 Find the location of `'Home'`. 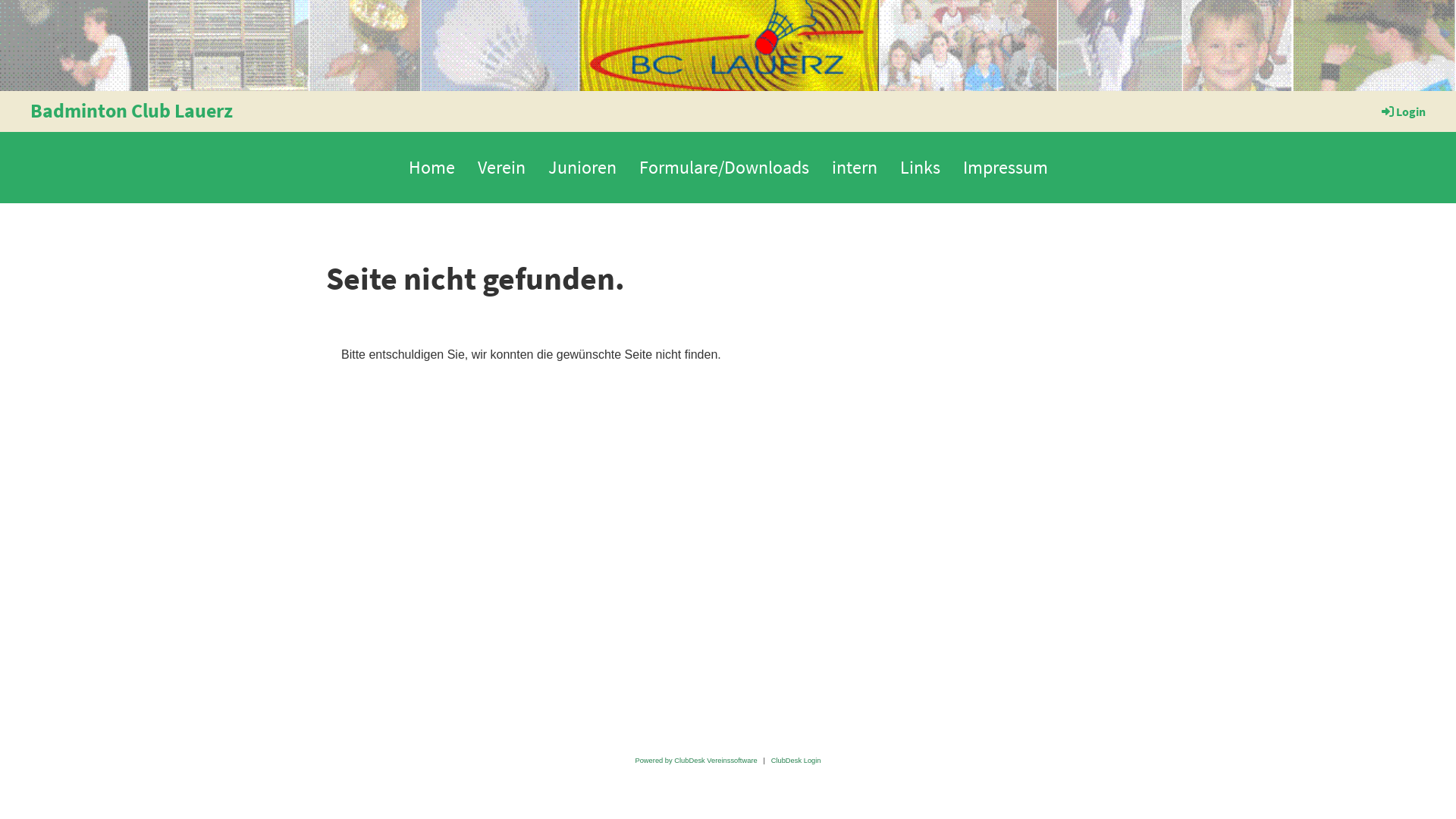

'Home' is located at coordinates (431, 167).